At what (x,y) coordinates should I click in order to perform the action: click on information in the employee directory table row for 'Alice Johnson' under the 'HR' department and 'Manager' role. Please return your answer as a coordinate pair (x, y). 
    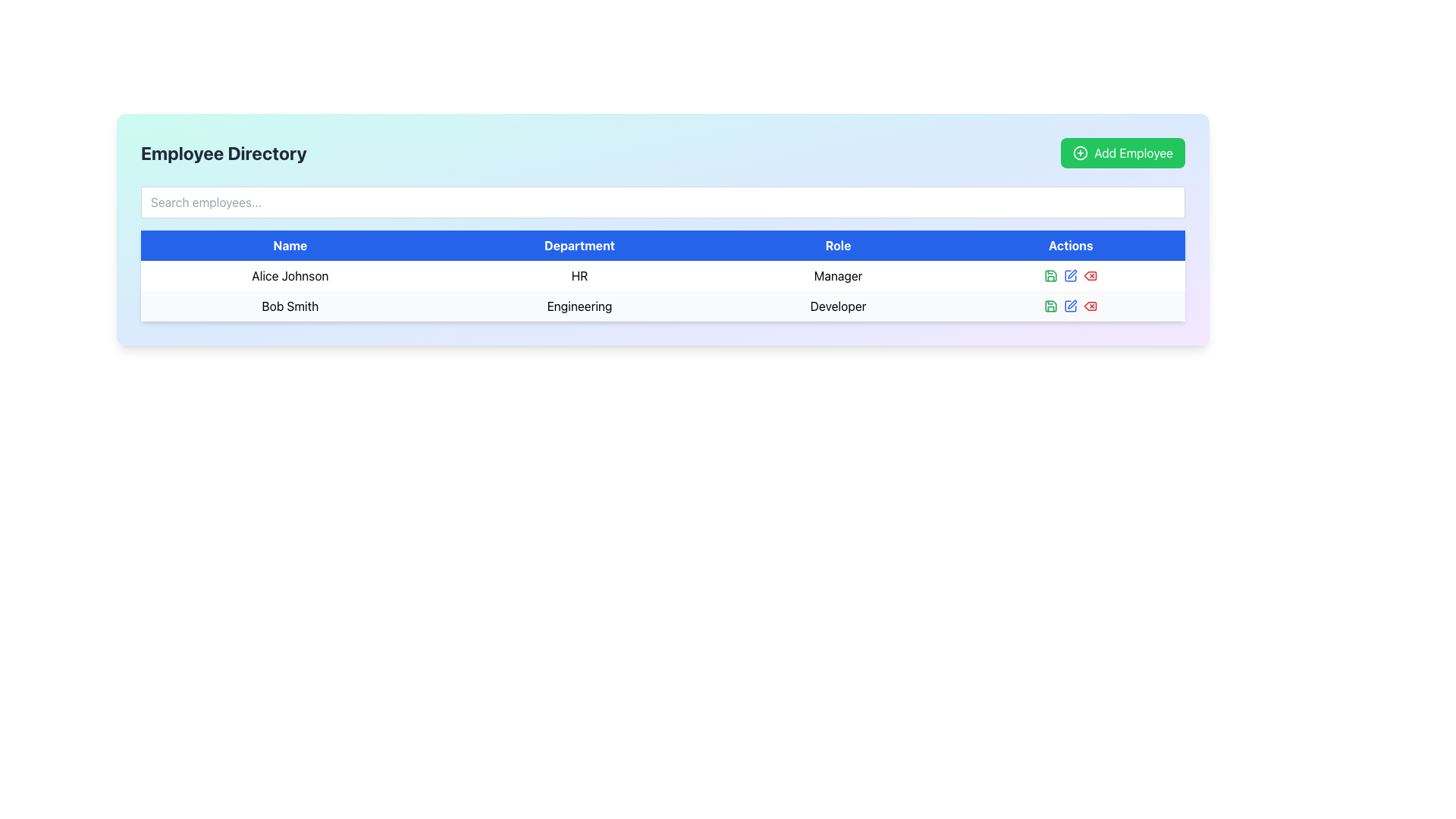
    Looking at the image, I should click on (663, 275).